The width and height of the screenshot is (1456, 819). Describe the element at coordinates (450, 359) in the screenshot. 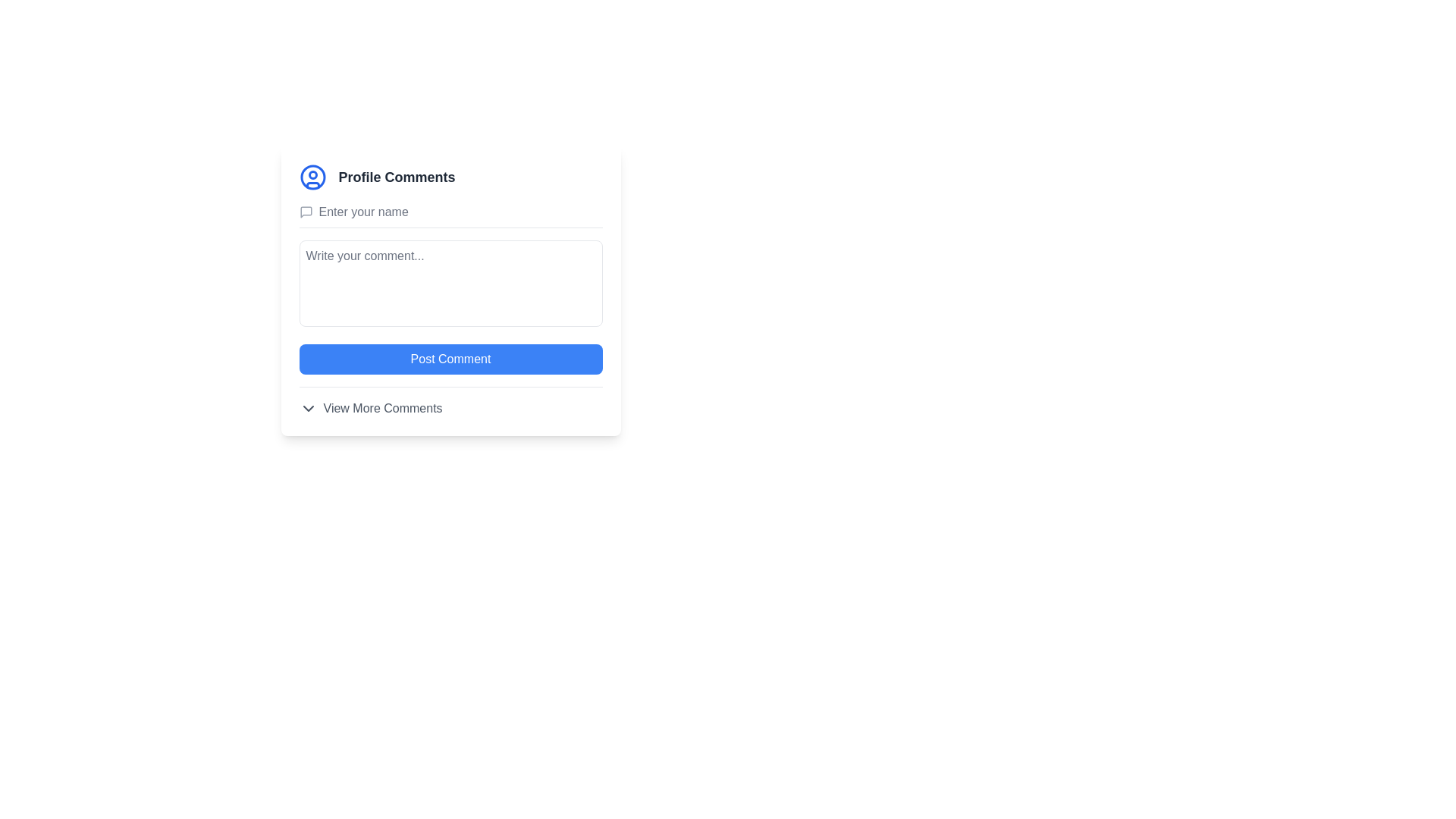

I see `the 'Post Comment' button, which is a horizontally elongated rectangular button with a blue background and white text` at that location.